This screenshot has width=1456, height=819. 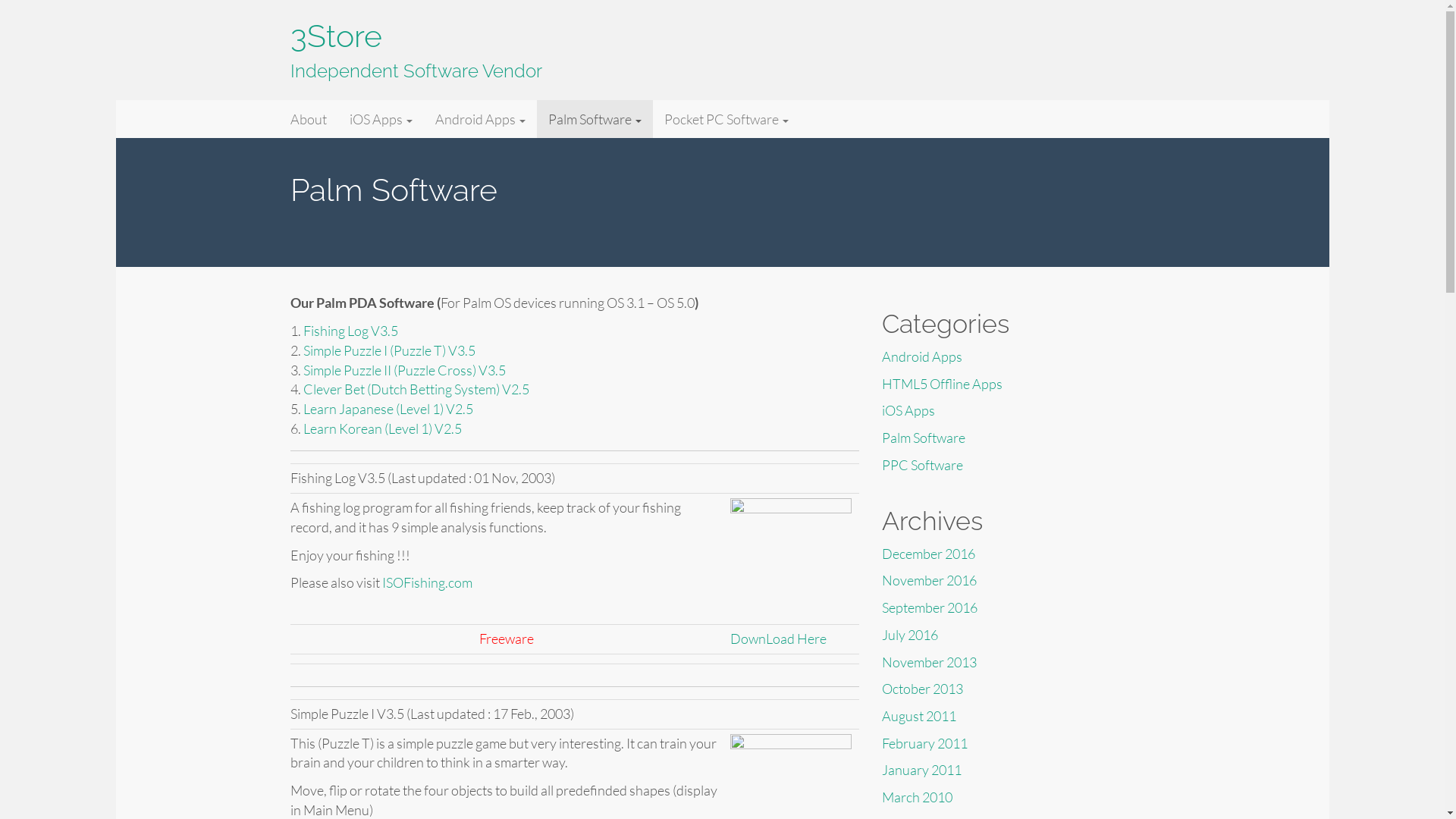 I want to click on 'Simple Puzzle II (Puzzle Cross) V3.5', so click(x=404, y=370).